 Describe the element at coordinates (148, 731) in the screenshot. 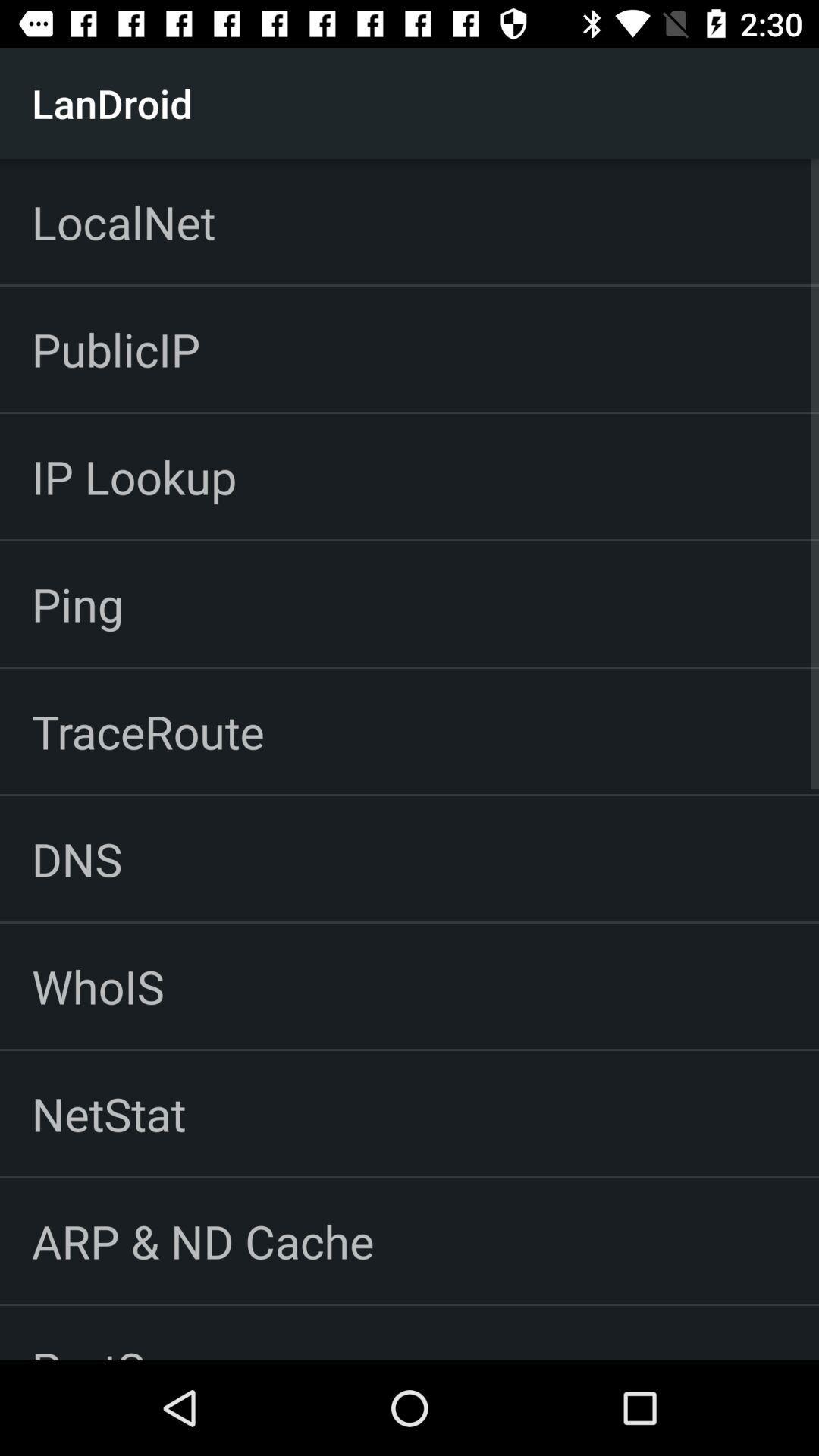

I see `traceroute icon` at that location.